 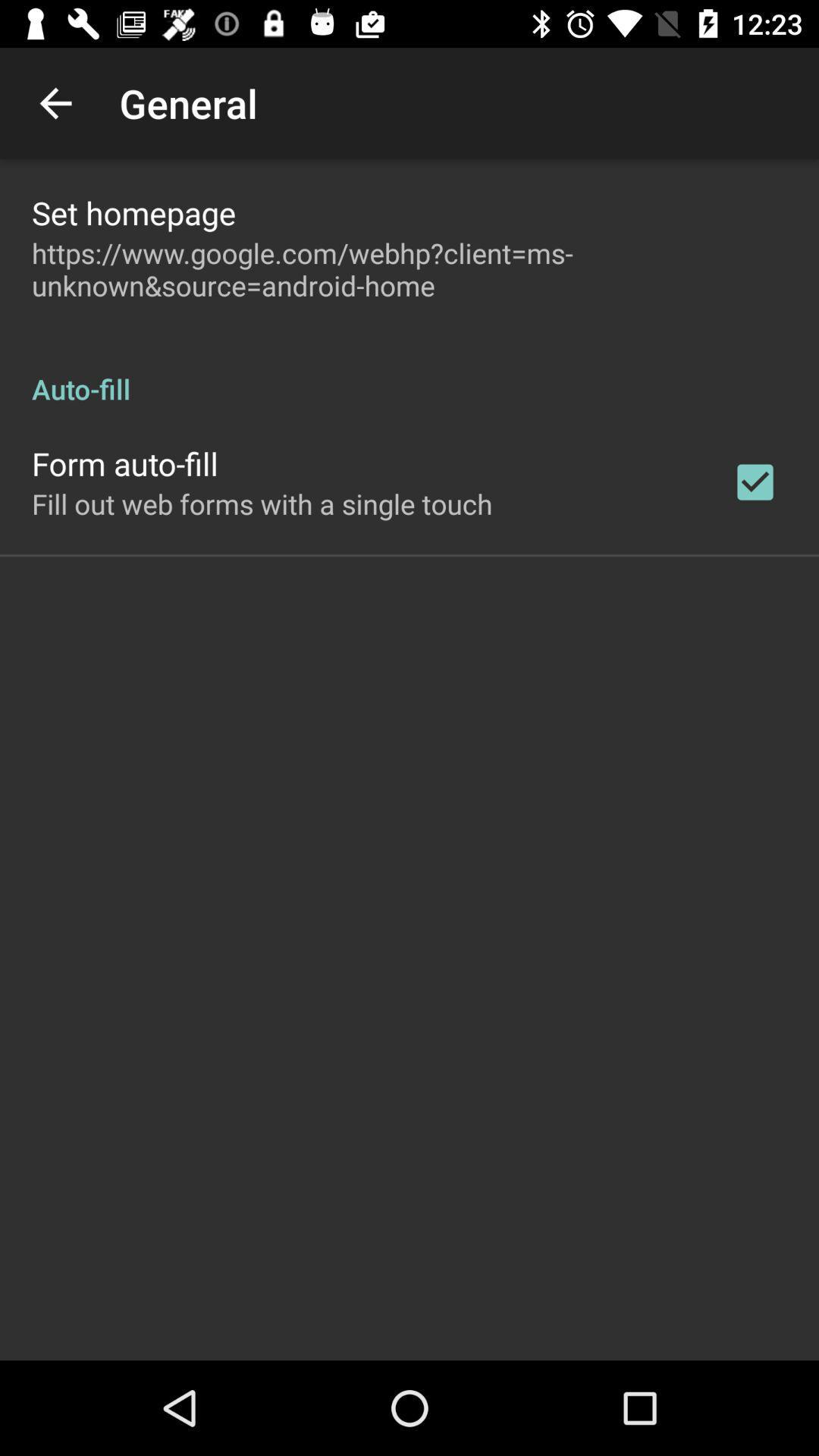 What do you see at coordinates (55, 102) in the screenshot?
I see `app next to the general app` at bounding box center [55, 102].